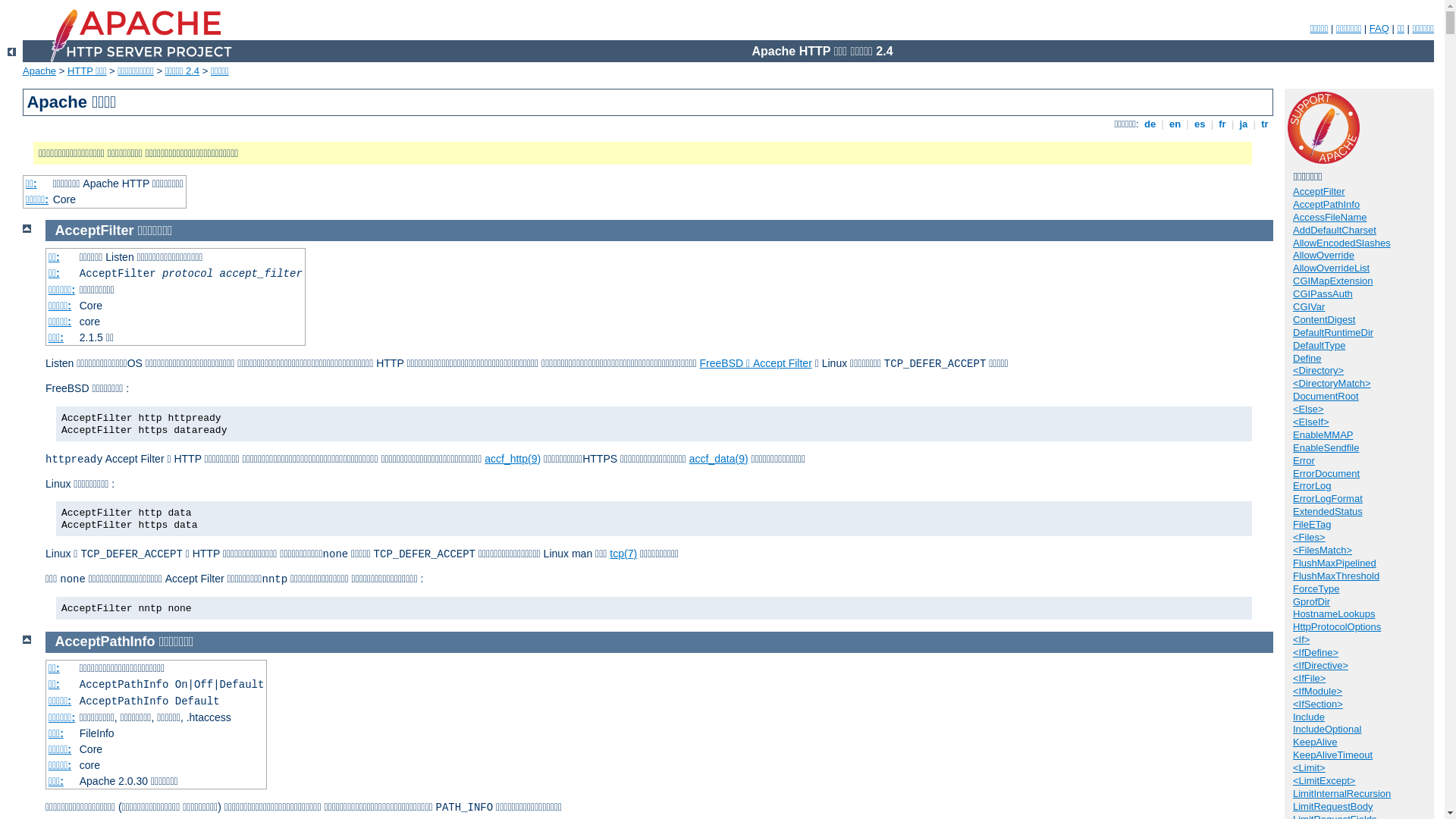 The image size is (1456, 819). I want to click on 'accf_data(9)', so click(718, 458).